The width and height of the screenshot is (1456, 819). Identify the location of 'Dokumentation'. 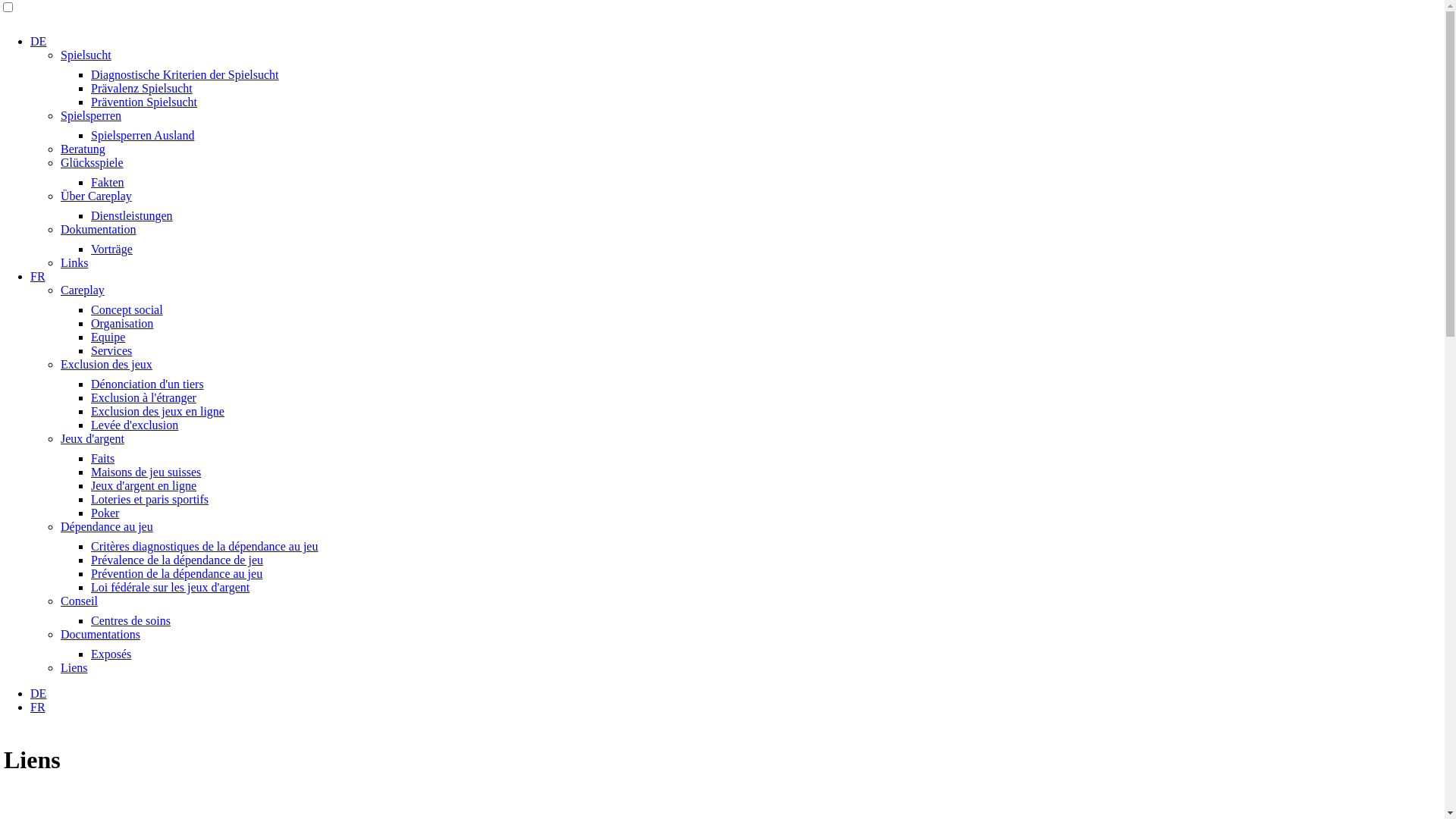
(97, 229).